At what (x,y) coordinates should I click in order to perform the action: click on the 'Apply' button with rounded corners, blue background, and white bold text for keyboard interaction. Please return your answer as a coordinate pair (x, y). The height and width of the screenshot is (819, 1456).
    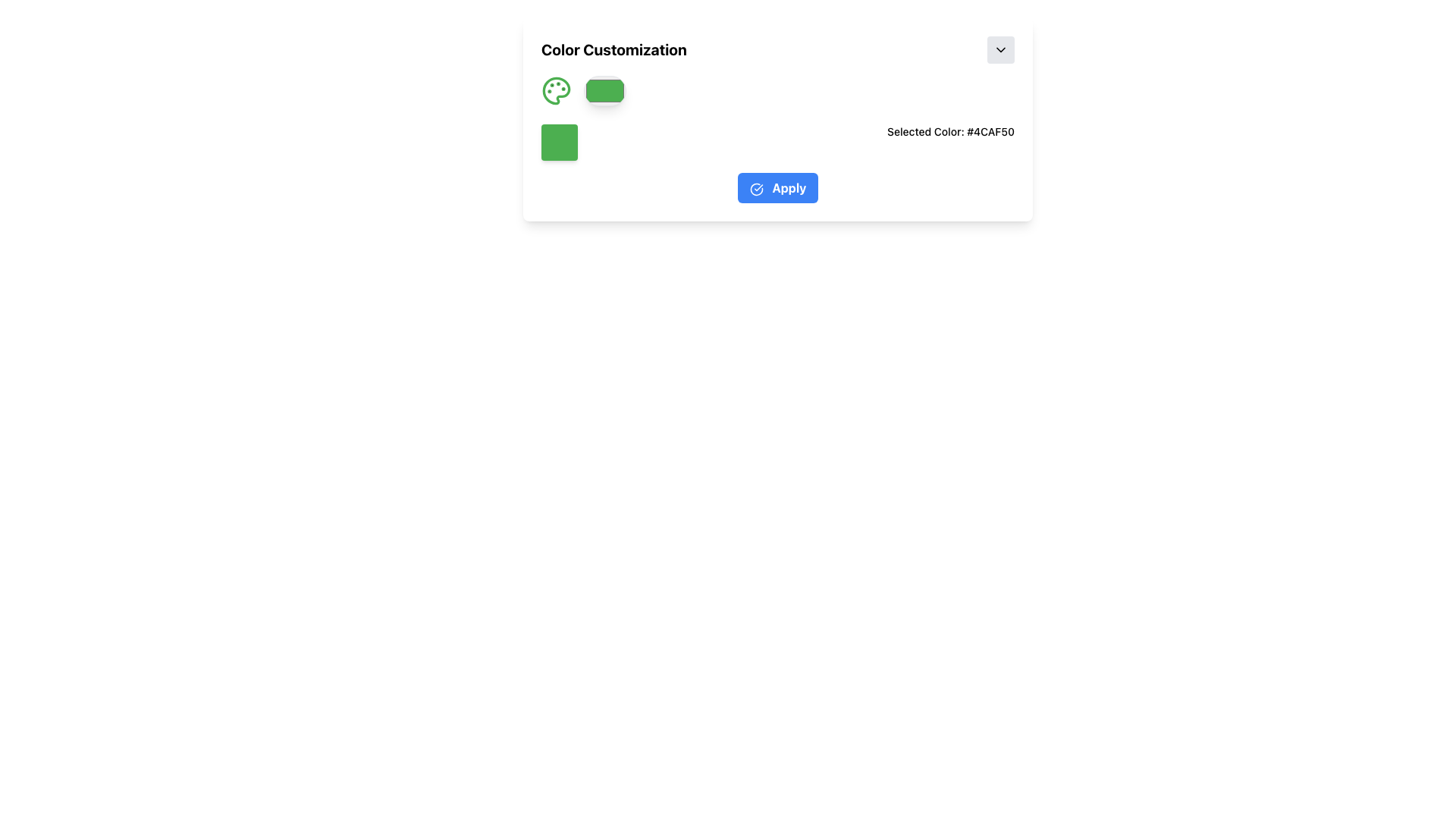
    Looking at the image, I should click on (778, 187).